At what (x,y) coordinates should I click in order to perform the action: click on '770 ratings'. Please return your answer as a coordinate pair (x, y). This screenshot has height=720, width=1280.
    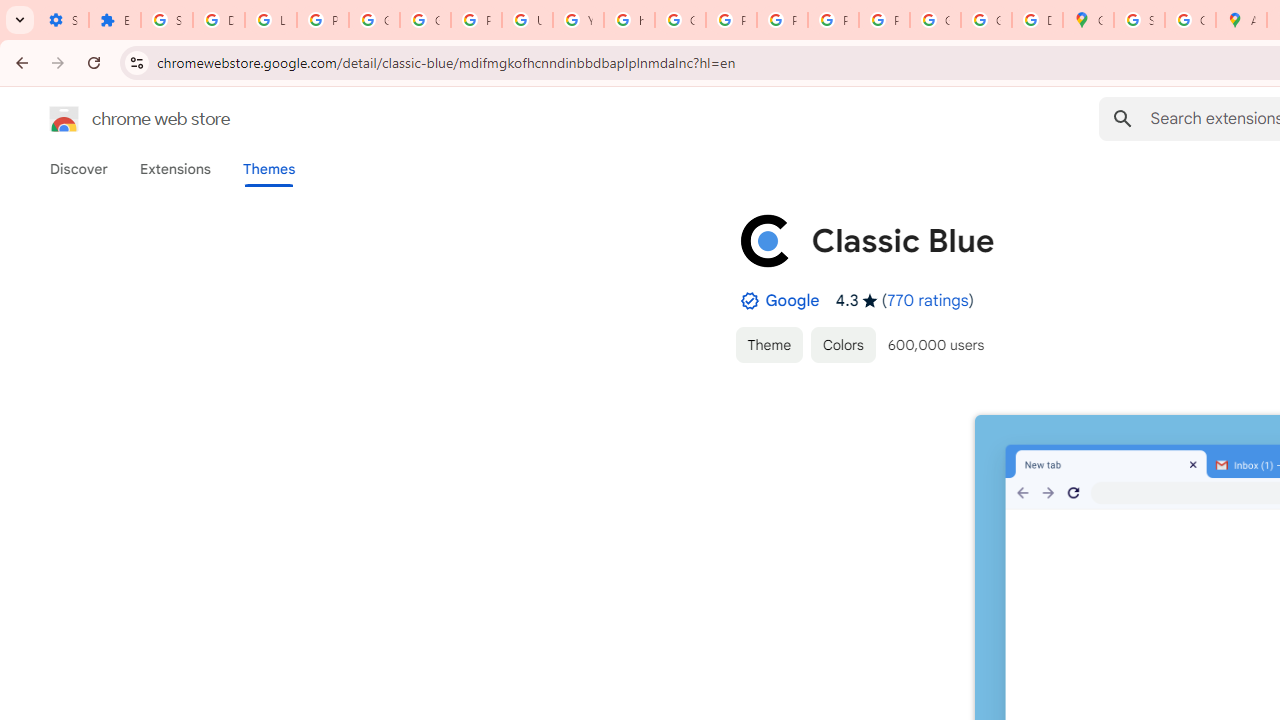
    Looking at the image, I should click on (927, 300).